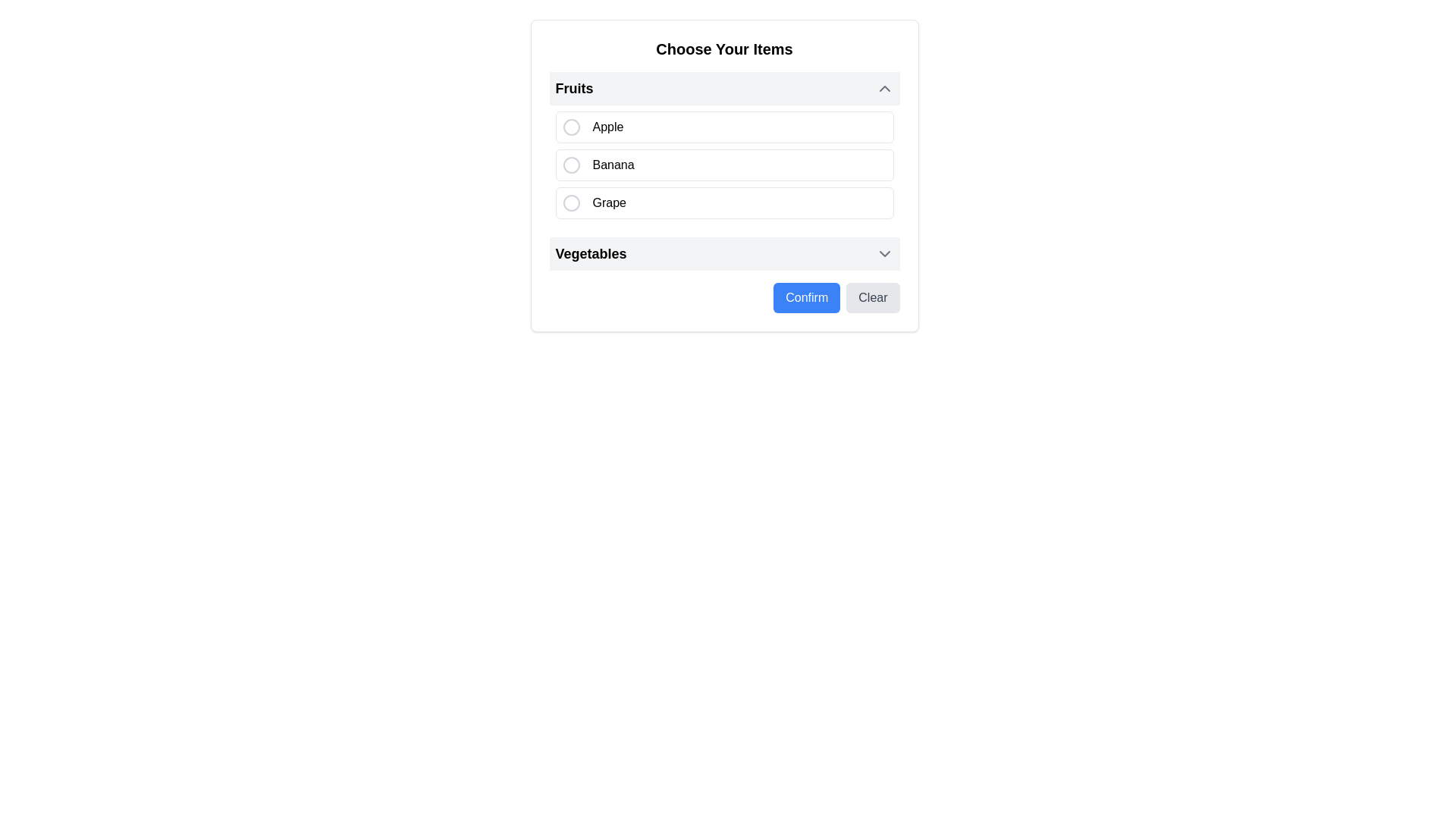 This screenshot has height=819, width=1456. Describe the element at coordinates (570, 127) in the screenshot. I see `the unfilled radio button circle located to the left of the text 'Apple' in the 'Fruits' category list` at that location.